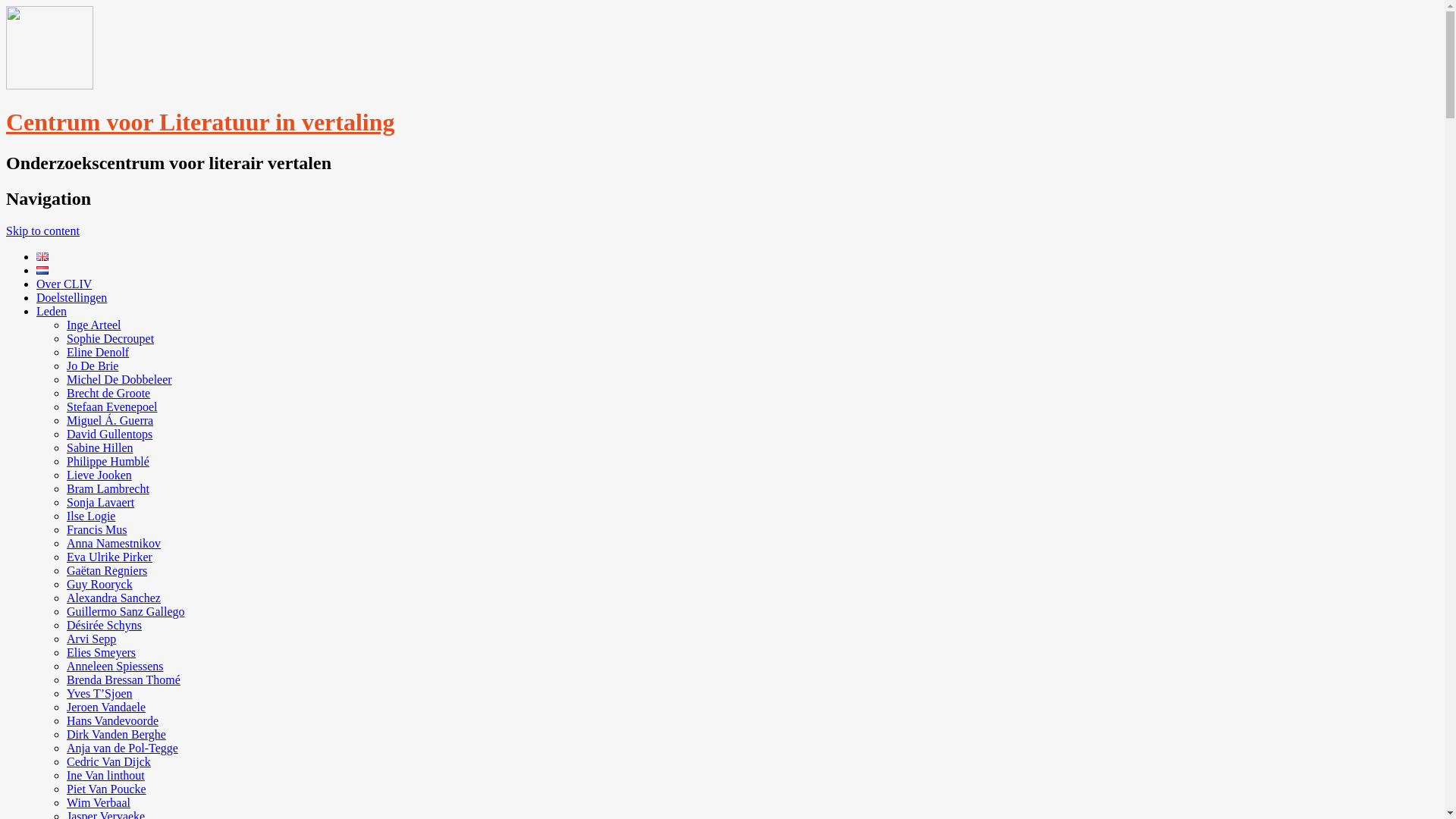  I want to click on 'Michel De Dobbeleer', so click(118, 378).